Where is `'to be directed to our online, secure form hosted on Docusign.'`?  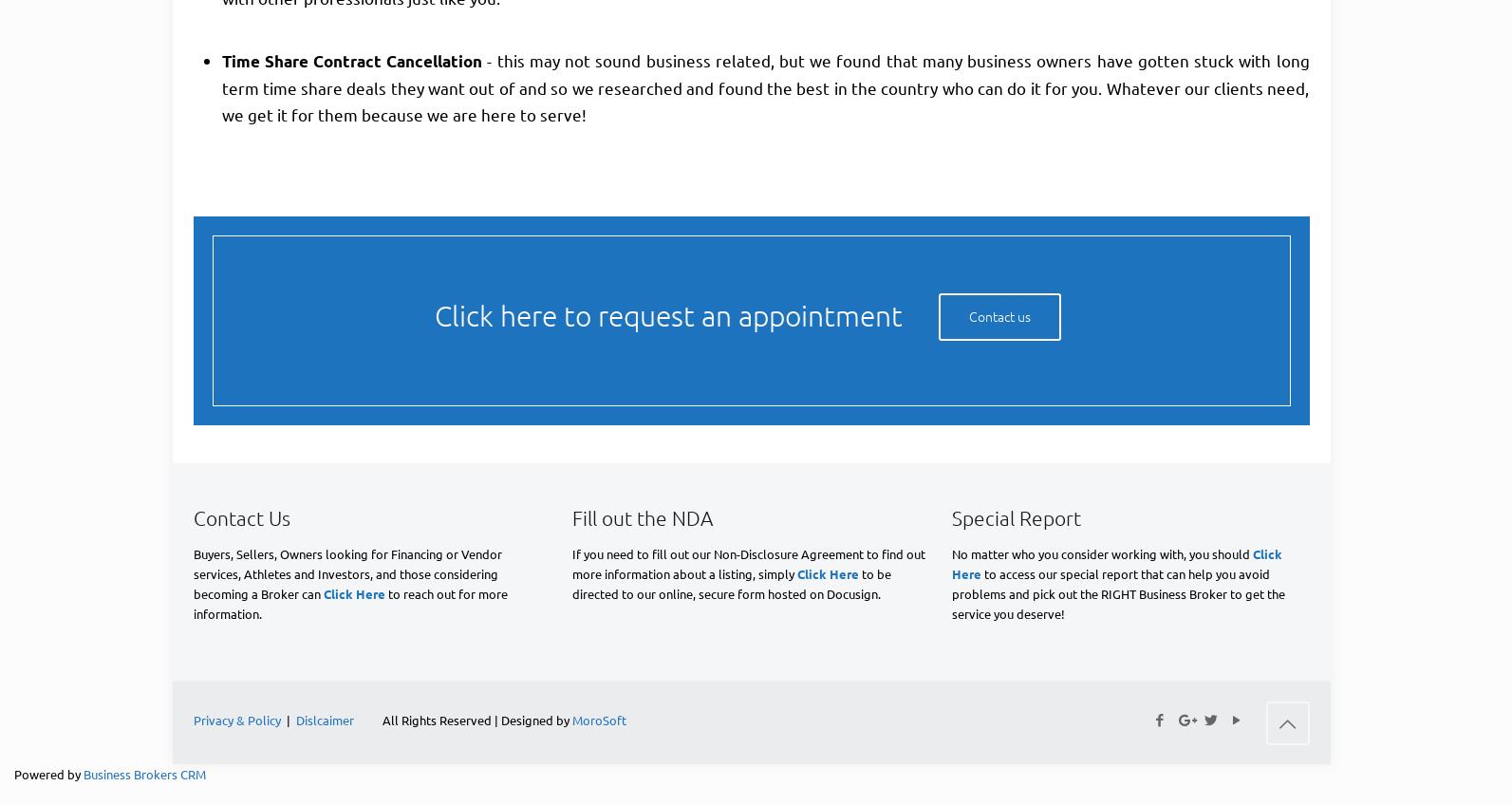
'to be directed to our online, secure form hosted on Docusign.' is located at coordinates (732, 583).